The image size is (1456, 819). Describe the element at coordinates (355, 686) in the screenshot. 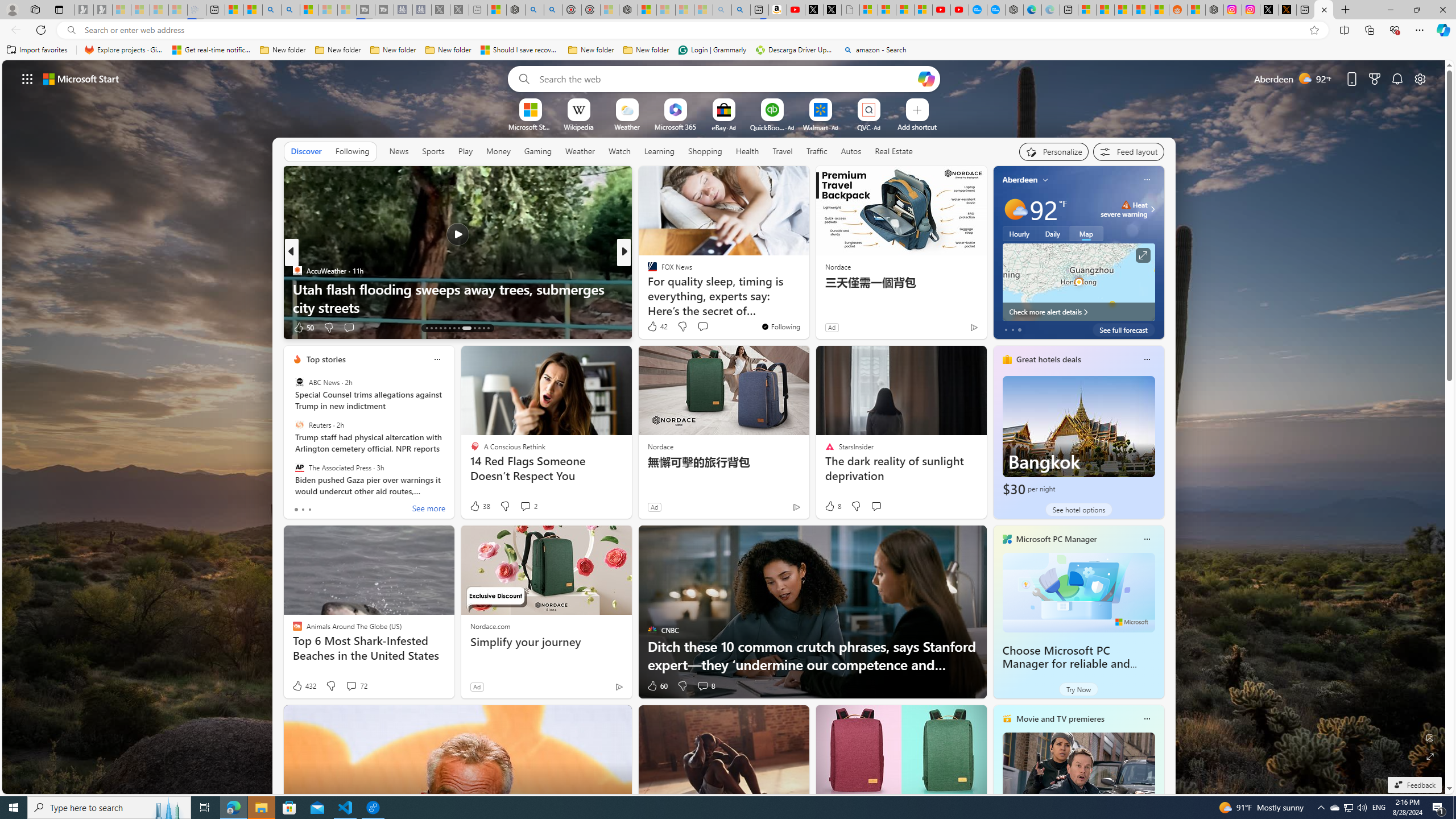

I see `'View comments 72 Comment'` at that location.